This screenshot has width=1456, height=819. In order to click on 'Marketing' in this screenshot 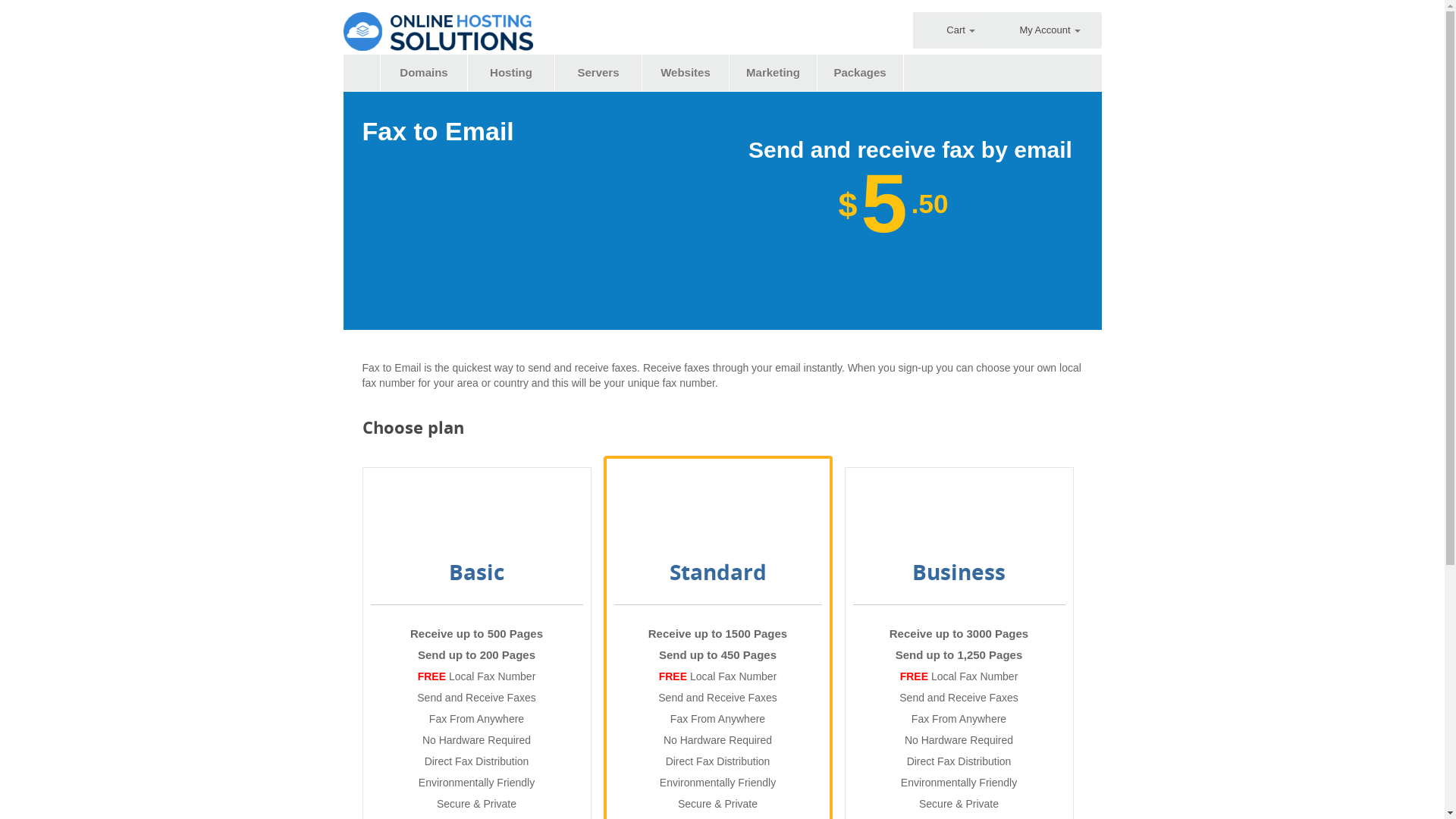, I will do `click(773, 73)`.